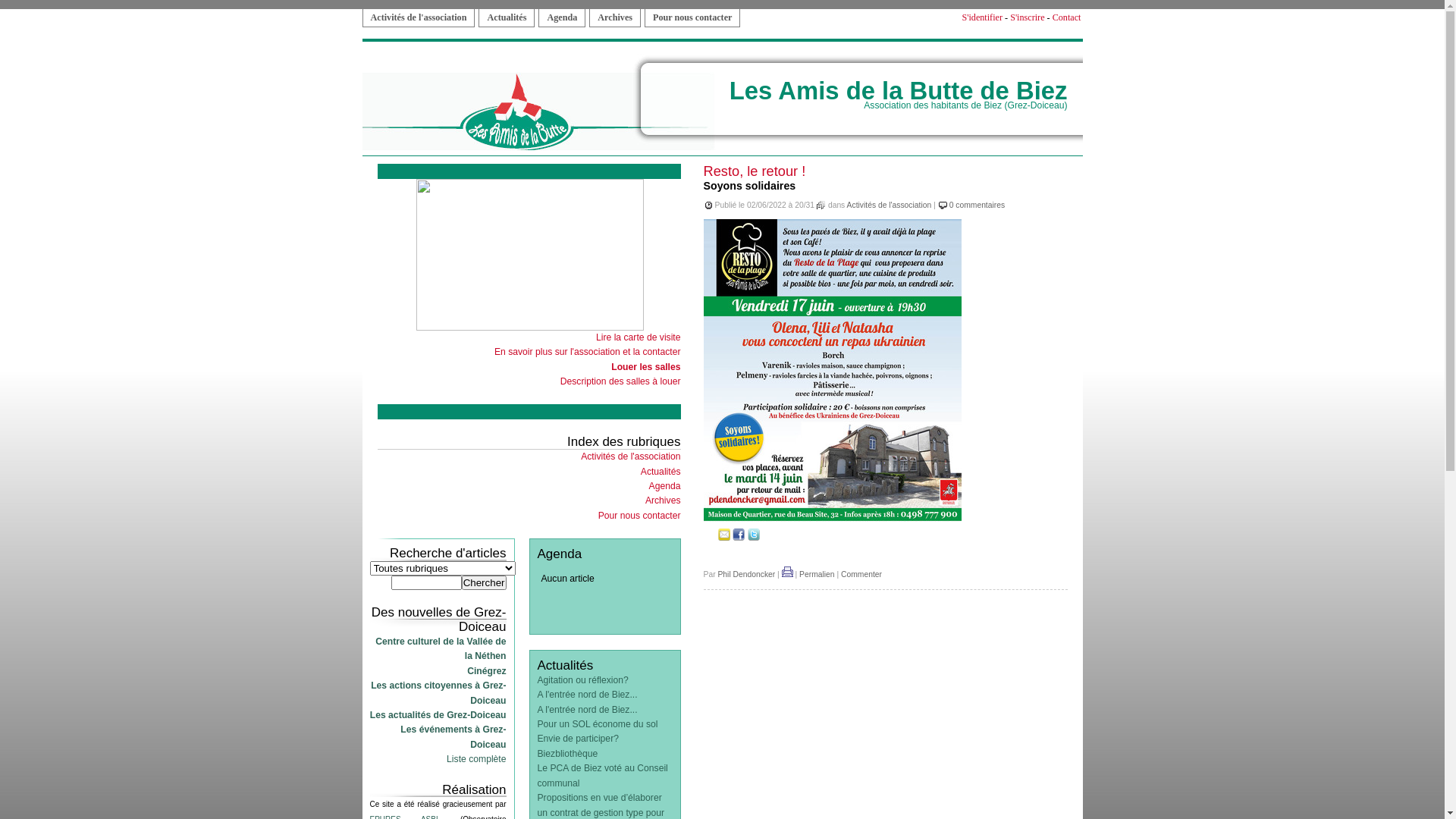  What do you see at coordinates (645, 500) in the screenshot?
I see `'Archives'` at bounding box center [645, 500].